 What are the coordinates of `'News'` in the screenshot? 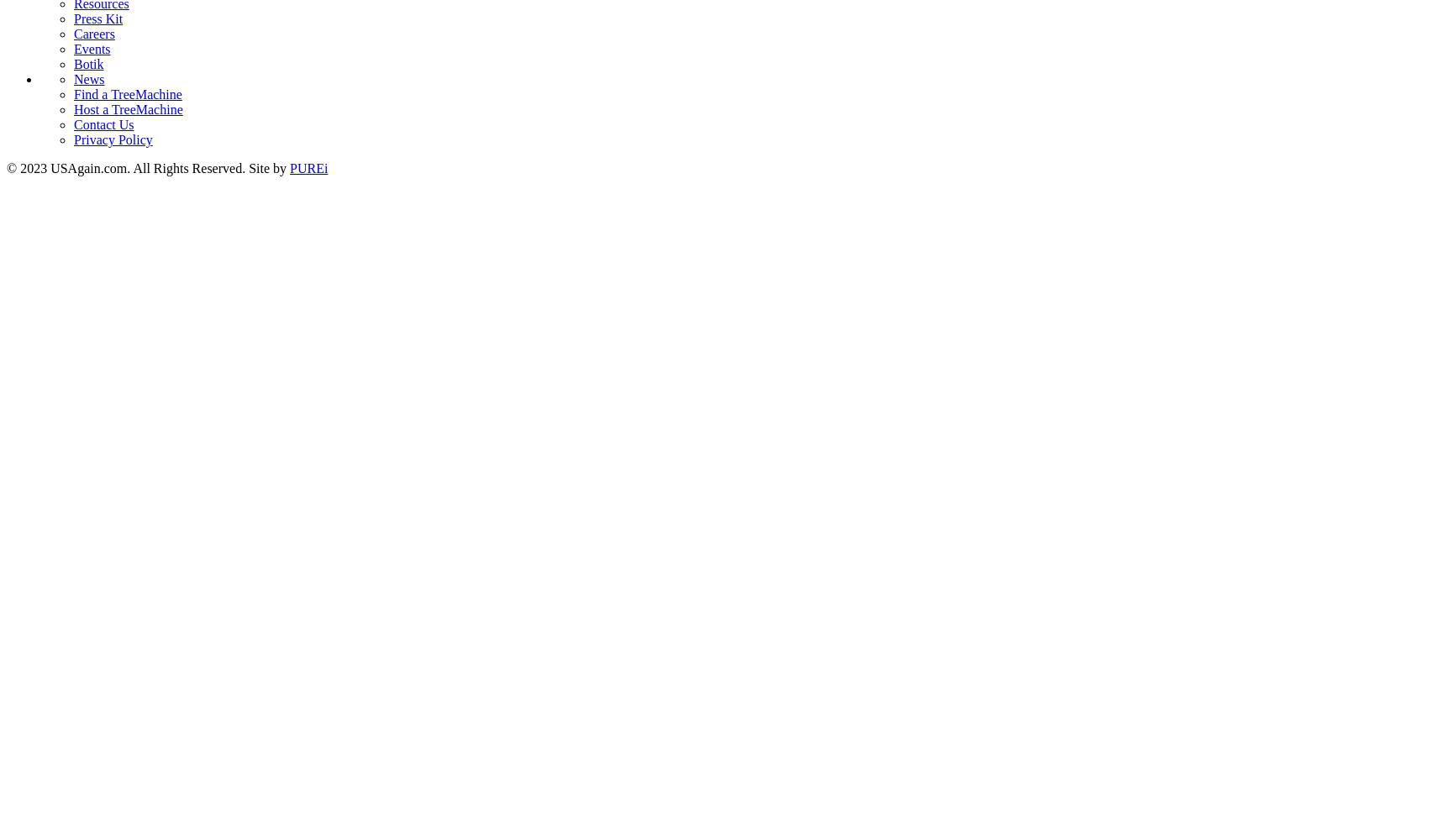 It's located at (88, 77).